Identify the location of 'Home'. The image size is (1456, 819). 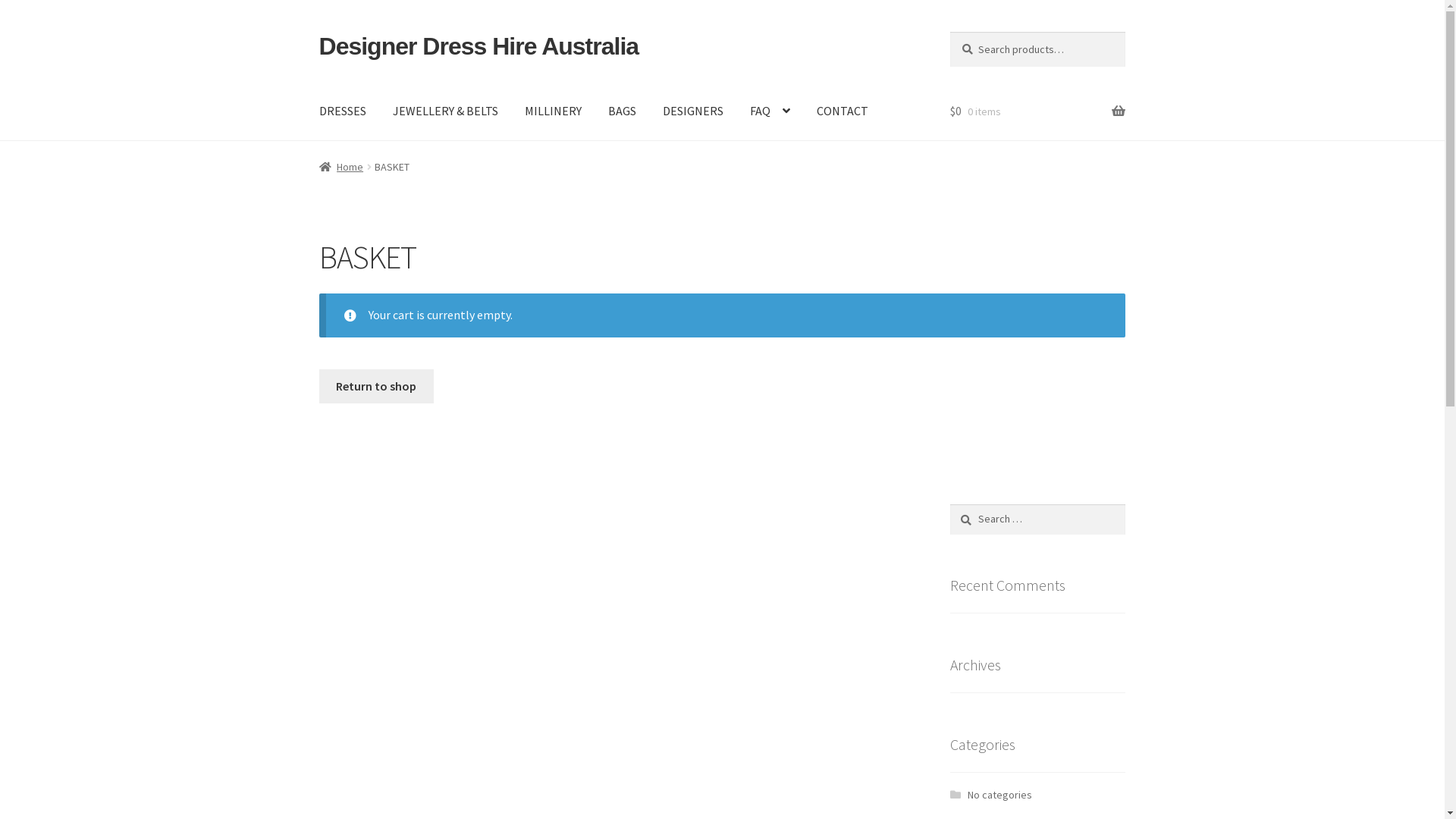
(318, 166).